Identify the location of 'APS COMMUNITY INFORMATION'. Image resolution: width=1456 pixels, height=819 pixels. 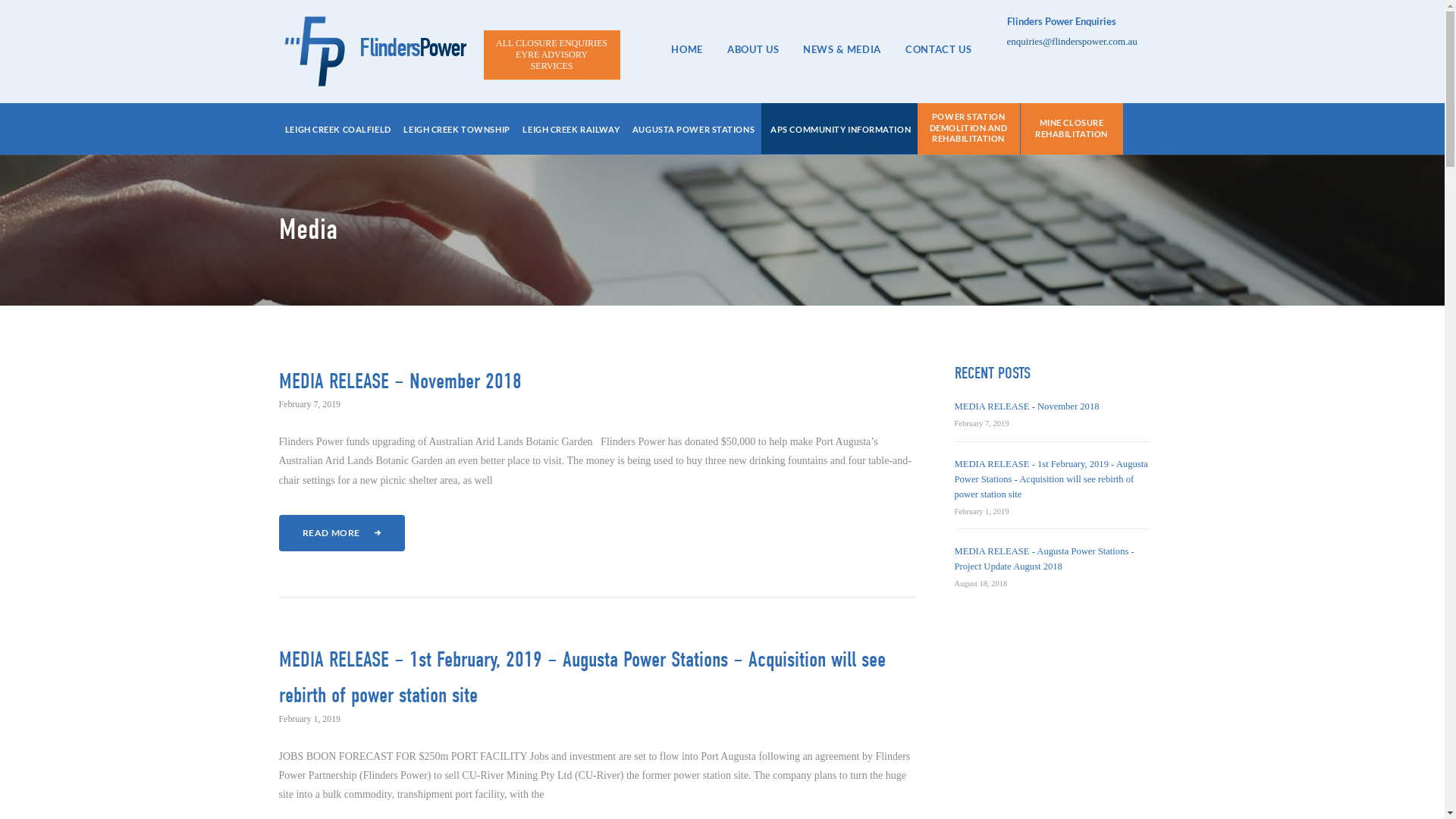
(839, 130).